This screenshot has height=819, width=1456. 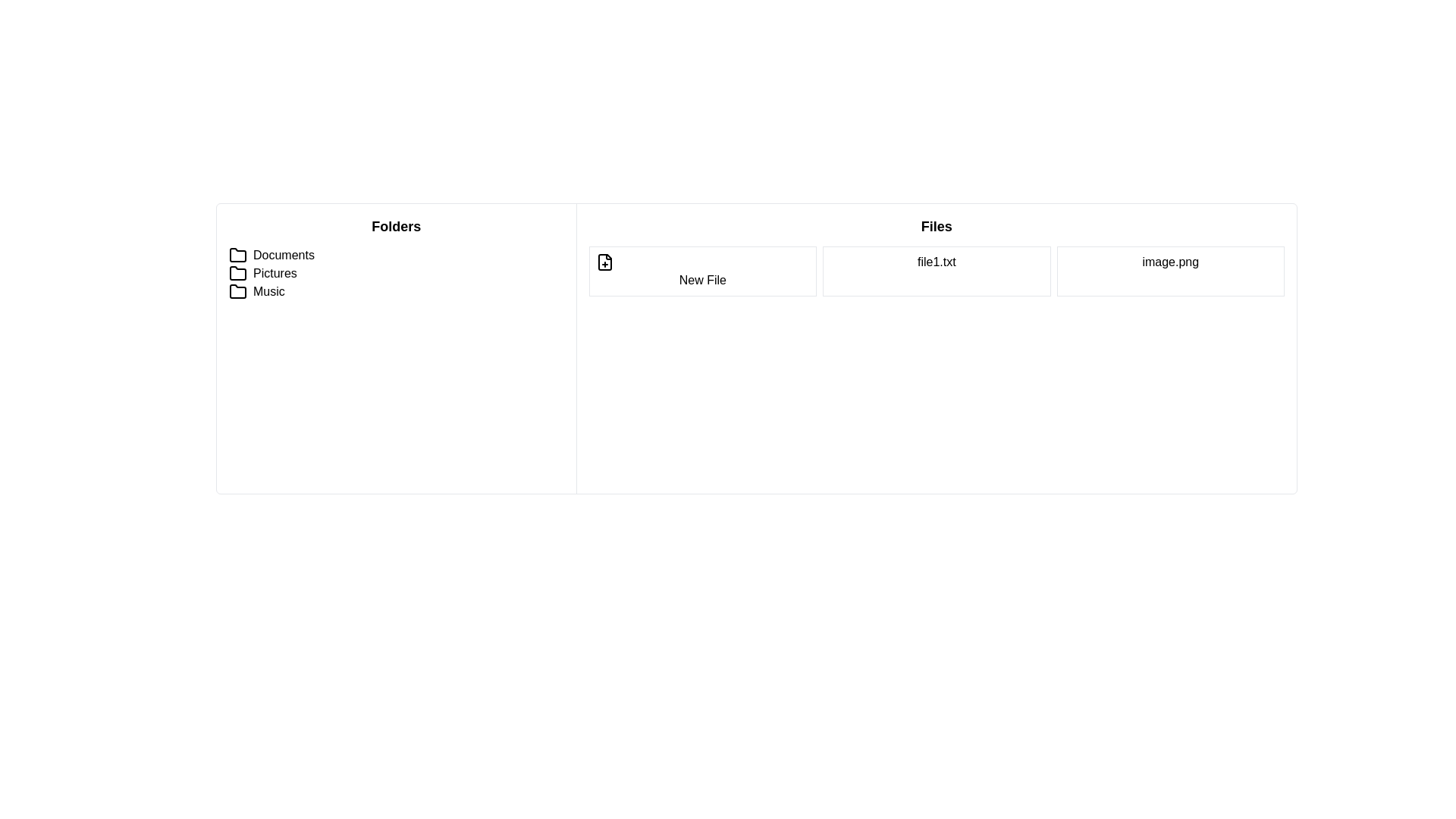 What do you see at coordinates (237, 292) in the screenshot?
I see `the folder icon representing the 'Music' directory located to the left of the 'Music' label` at bounding box center [237, 292].